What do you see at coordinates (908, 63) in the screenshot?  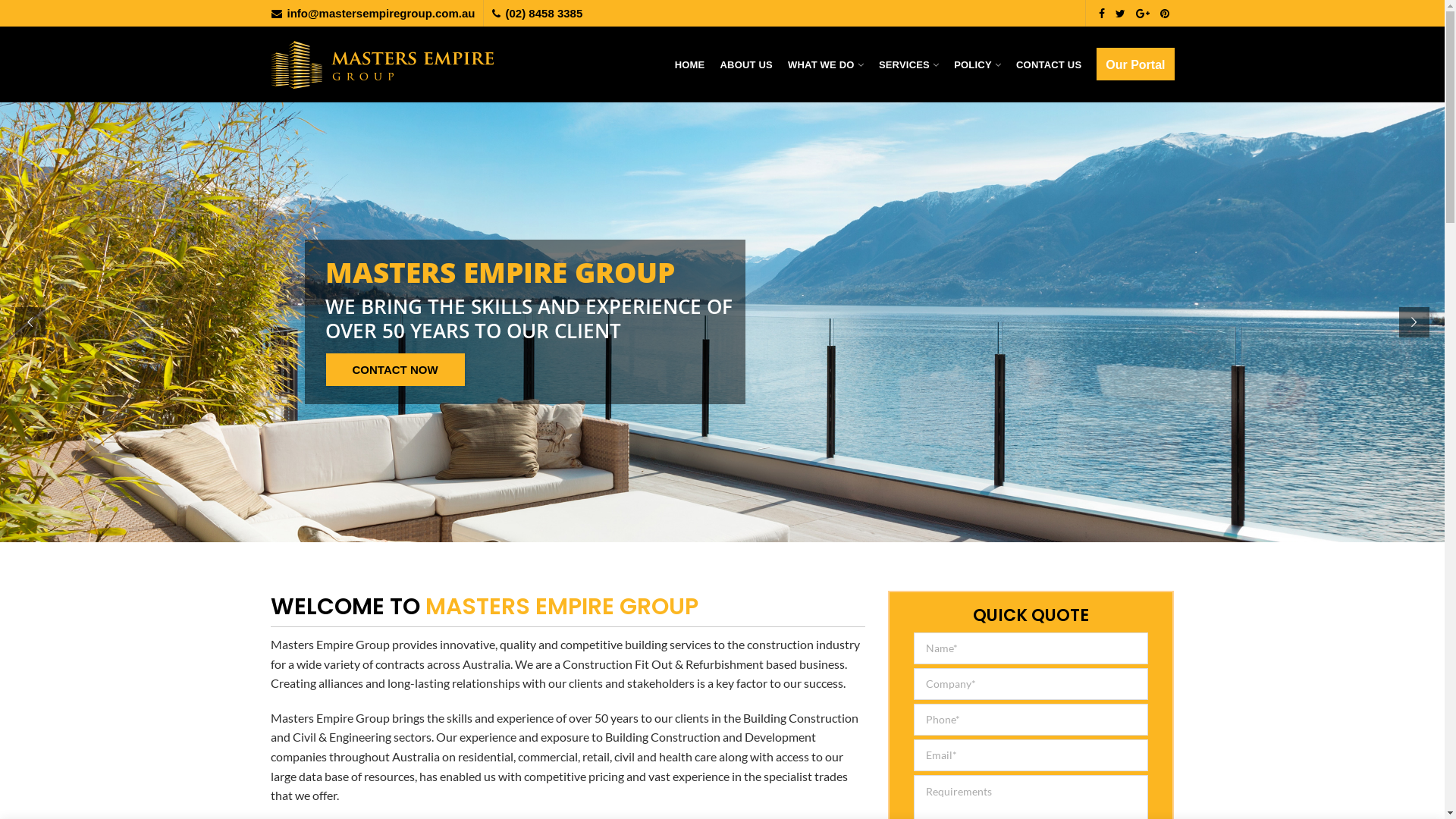 I see `'SERVICES'` at bounding box center [908, 63].